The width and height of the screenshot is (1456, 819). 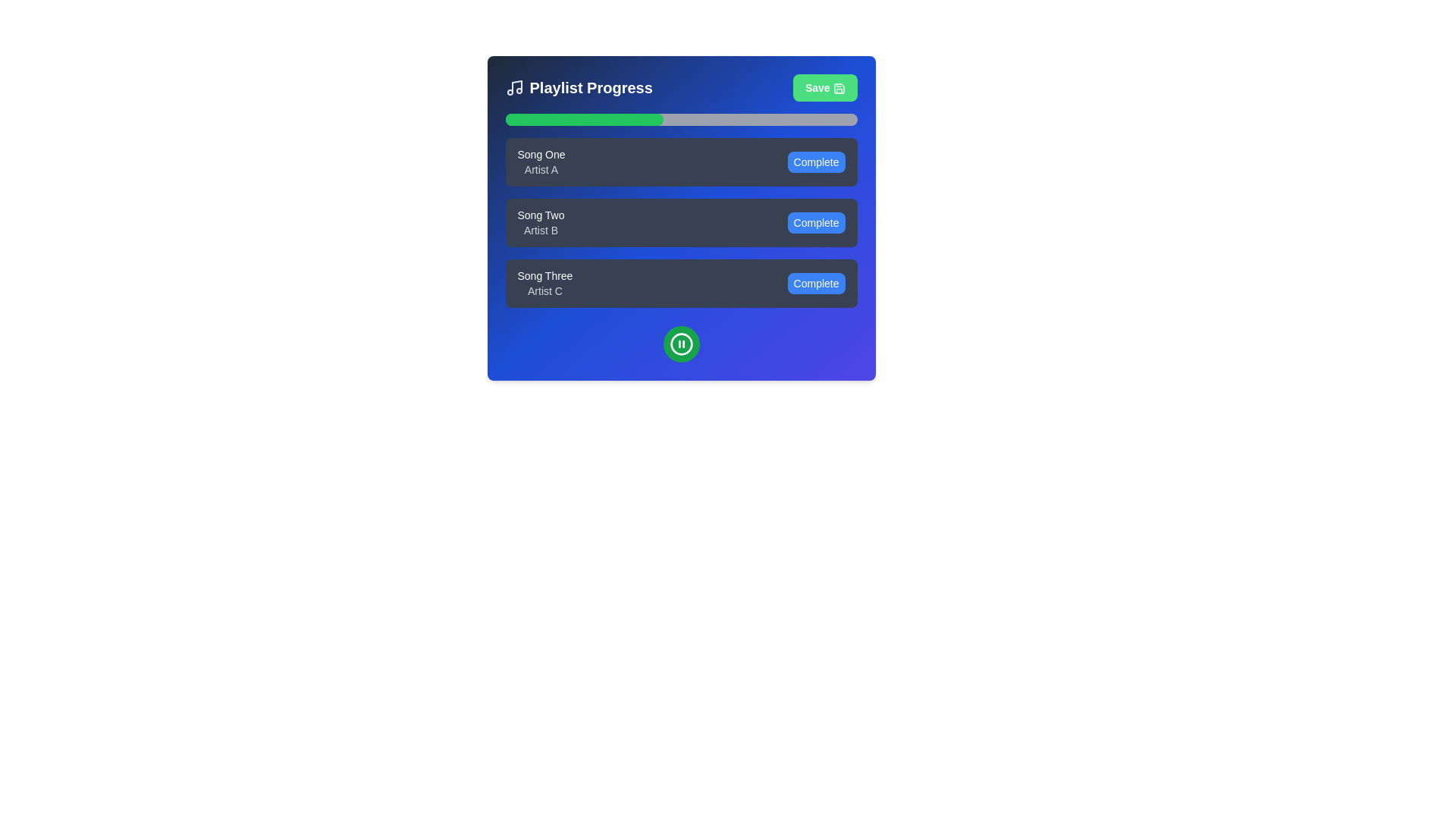 I want to click on the decorative icon representing the 'Playlist Progress' section, located at the top-left corner of the section, just to the left of the title text, so click(x=514, y=87).